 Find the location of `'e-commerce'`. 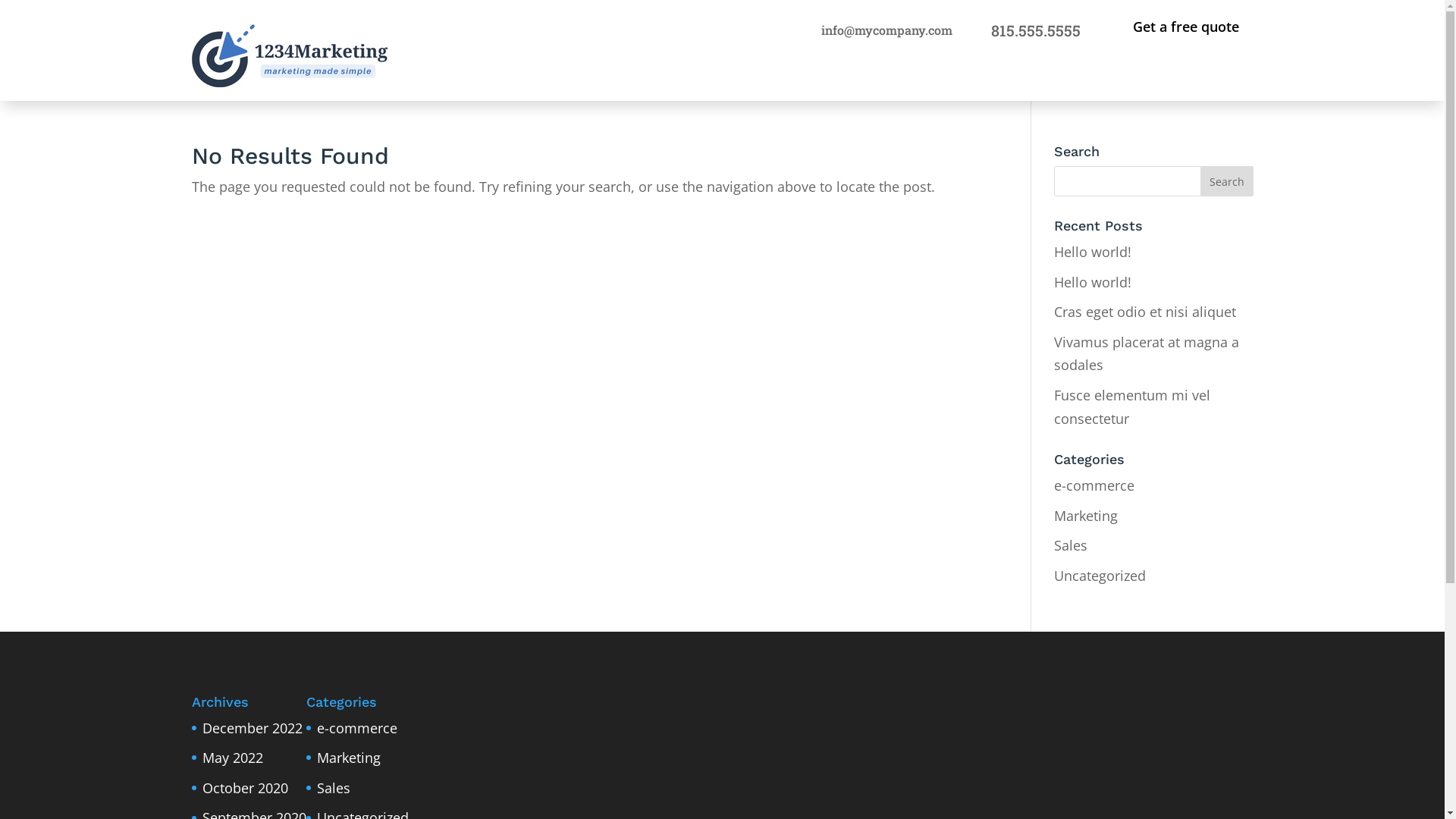

'e-commerce' is located at coordinates (1094, 485).